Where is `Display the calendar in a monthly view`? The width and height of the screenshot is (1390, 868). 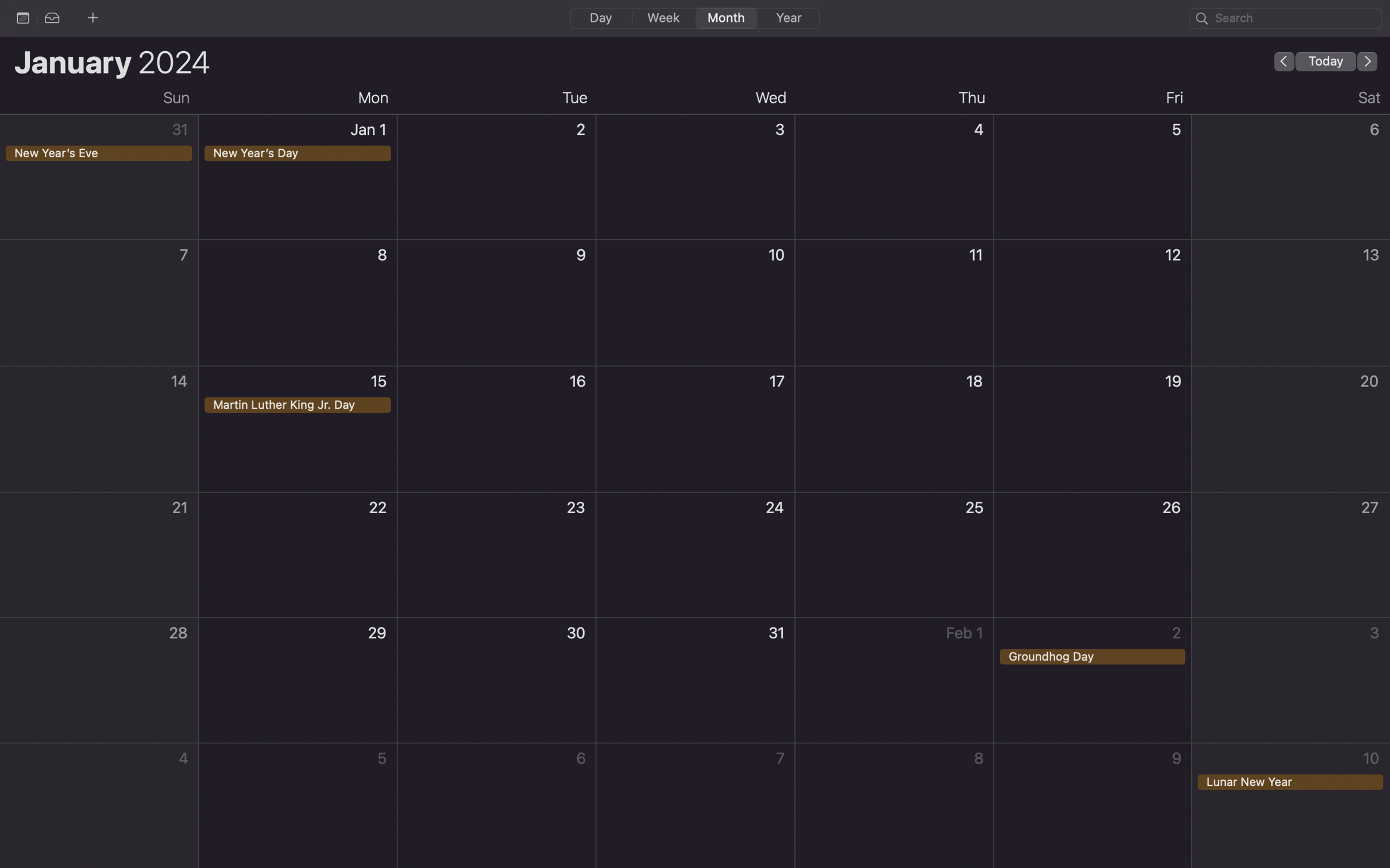
Display the calendar in a monthly view is located at coordinates (724, 17).